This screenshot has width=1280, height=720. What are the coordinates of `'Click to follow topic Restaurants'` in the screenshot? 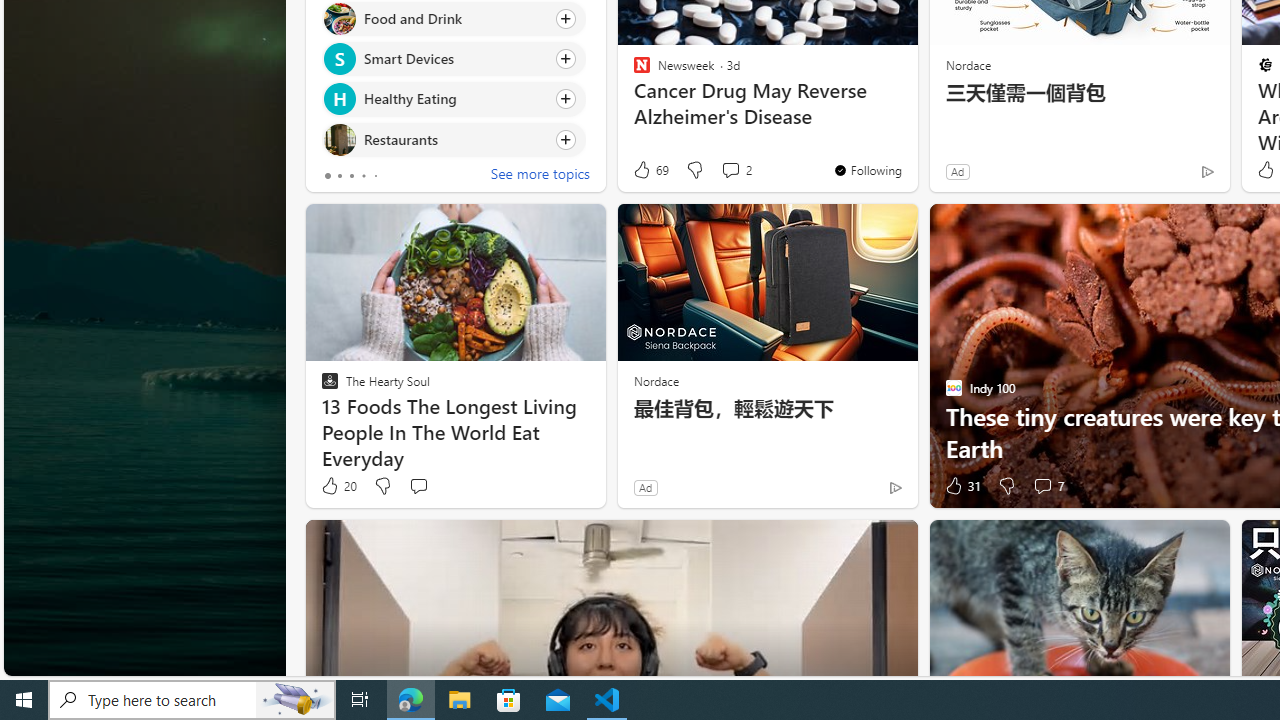 It's located at (452, 138).